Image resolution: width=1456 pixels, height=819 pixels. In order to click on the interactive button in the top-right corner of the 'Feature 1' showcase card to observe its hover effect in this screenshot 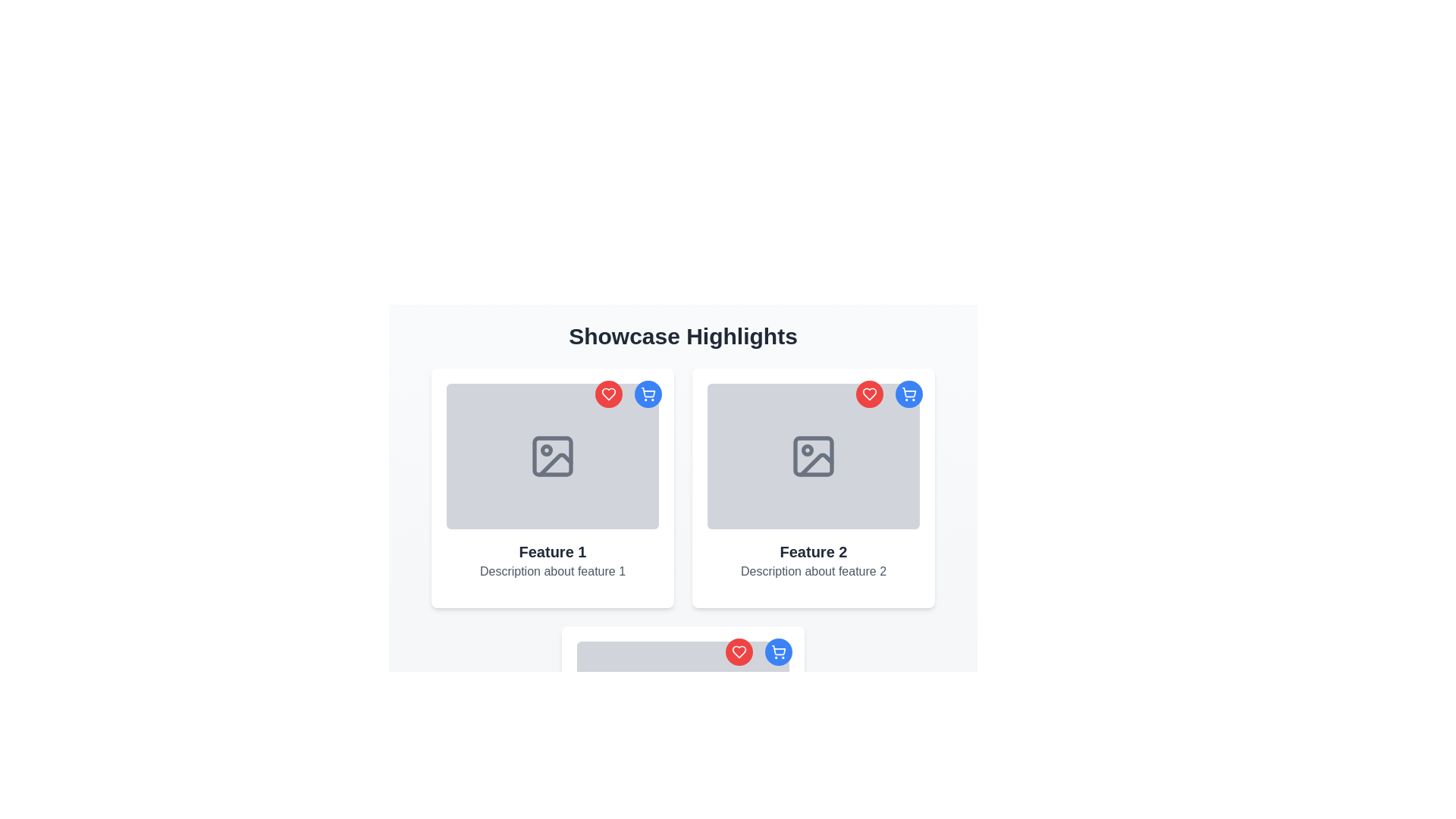, I will do `click(648, 394)`.